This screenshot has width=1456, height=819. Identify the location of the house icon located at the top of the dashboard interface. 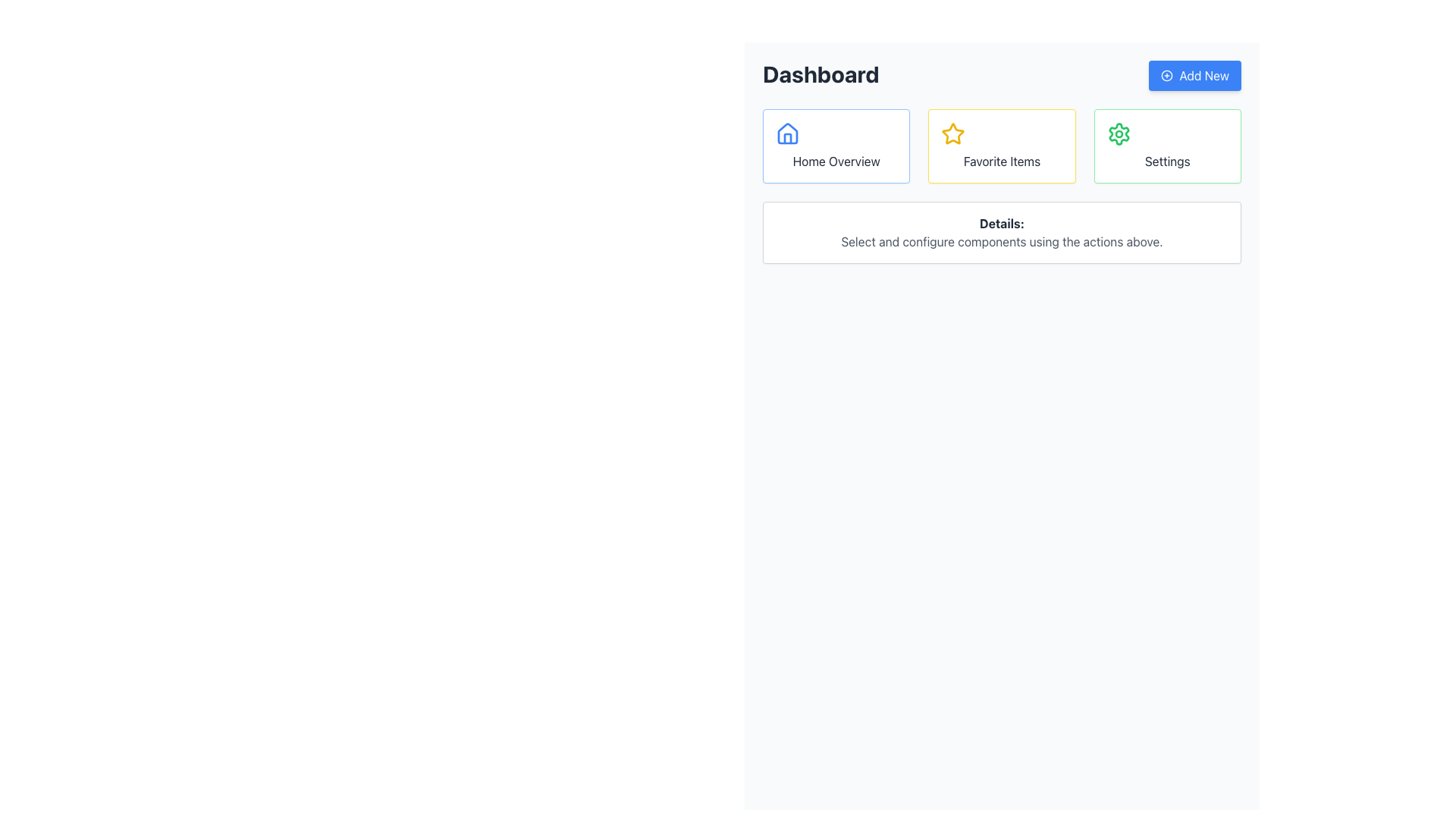
(787, 133).